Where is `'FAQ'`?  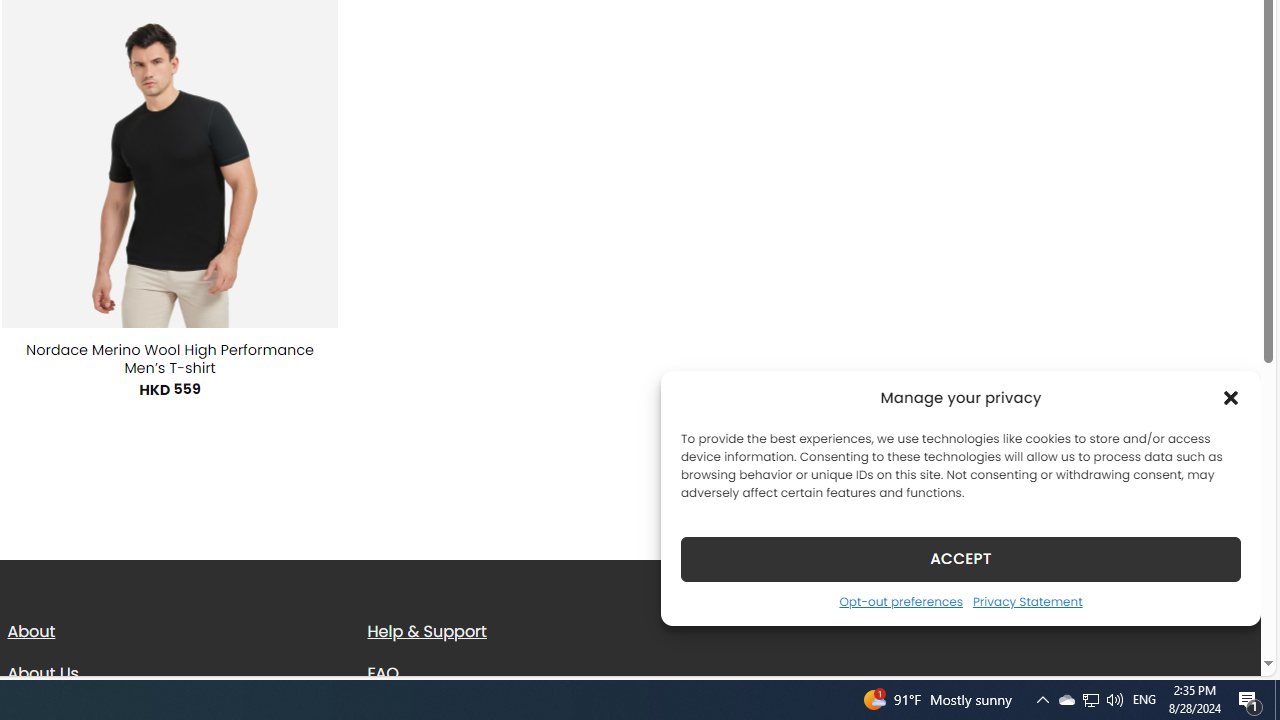 'FAQ' is located at coordinates (383, 672).